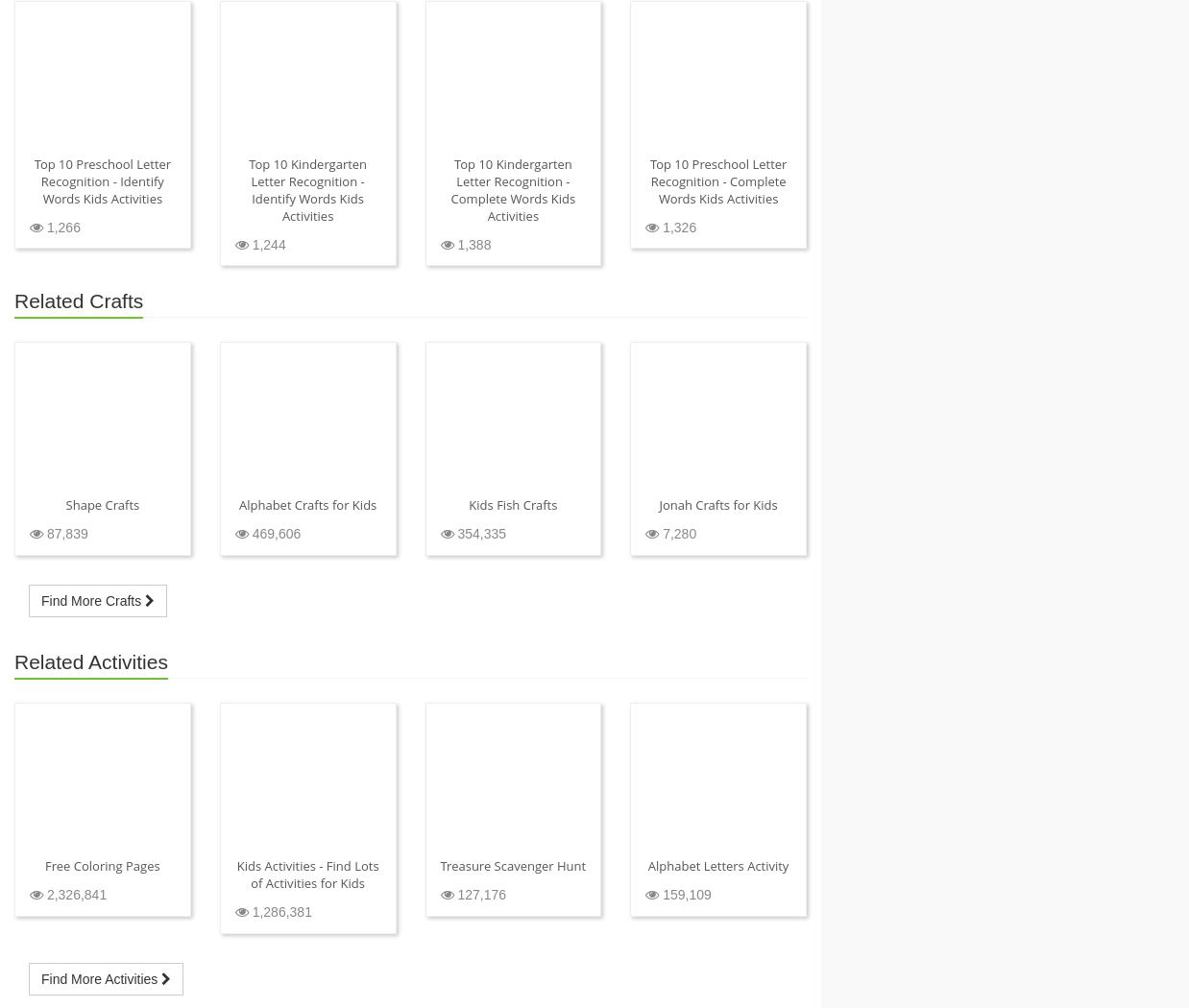 The width and height of the screenshot is (1189, 1008). I want to click on 'Shape Crafts', so click(102, 505).